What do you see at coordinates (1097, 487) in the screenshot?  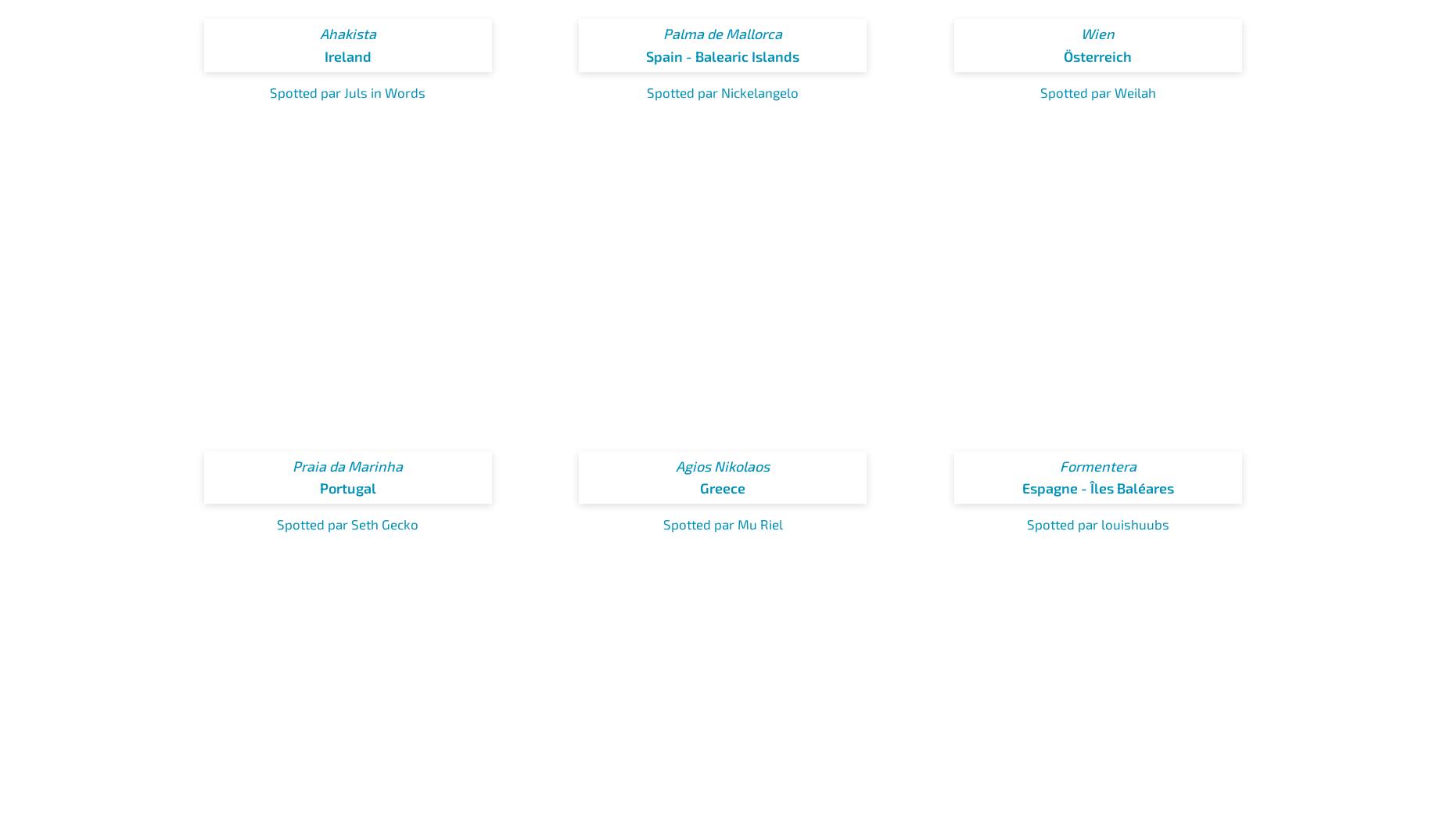 I see `'Espagne - Îles Baléares'` at bounding box center [1097, 487].